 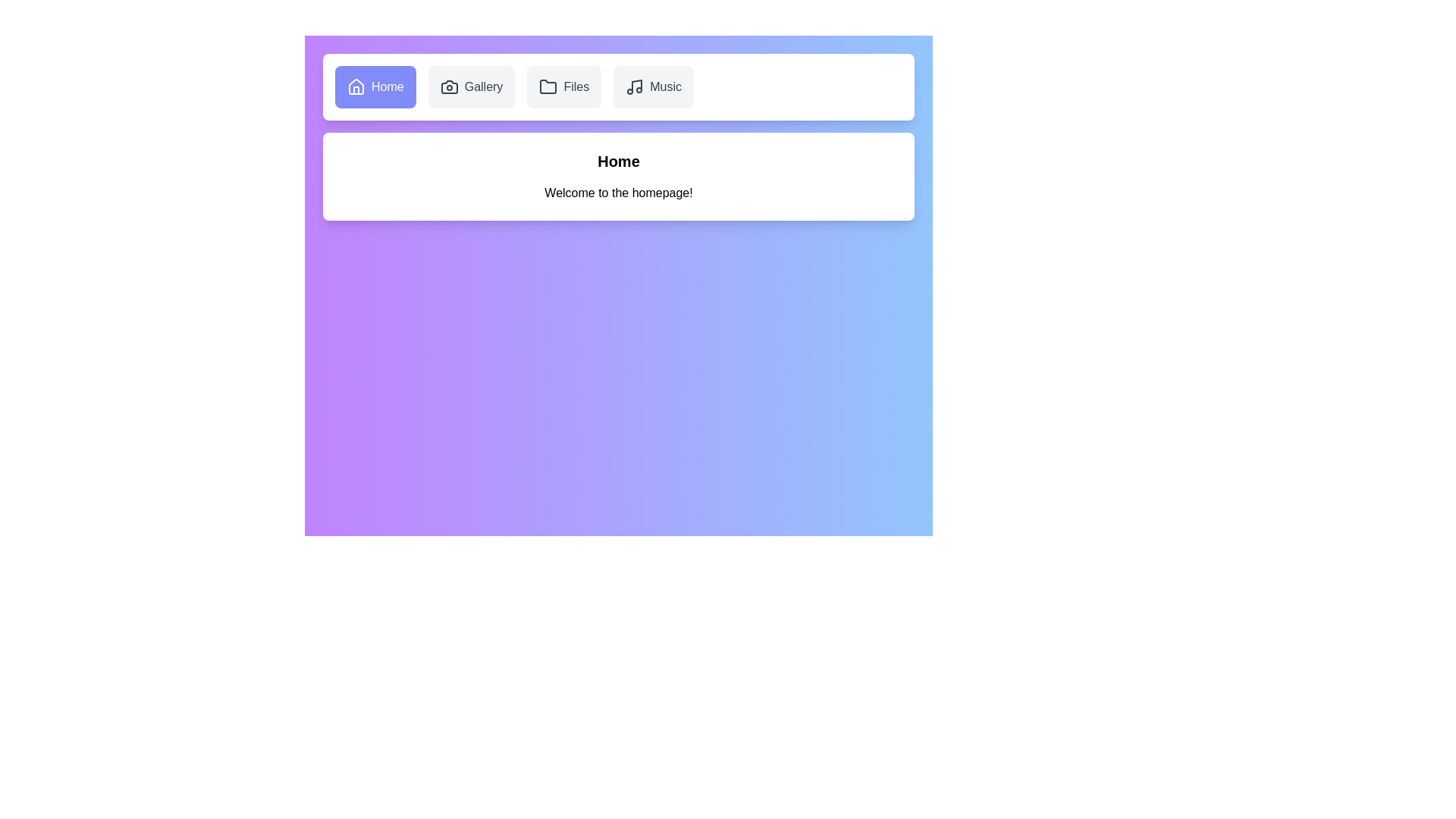 I want to click on the Files tab by clicking on it, so click(x=563, y=87).